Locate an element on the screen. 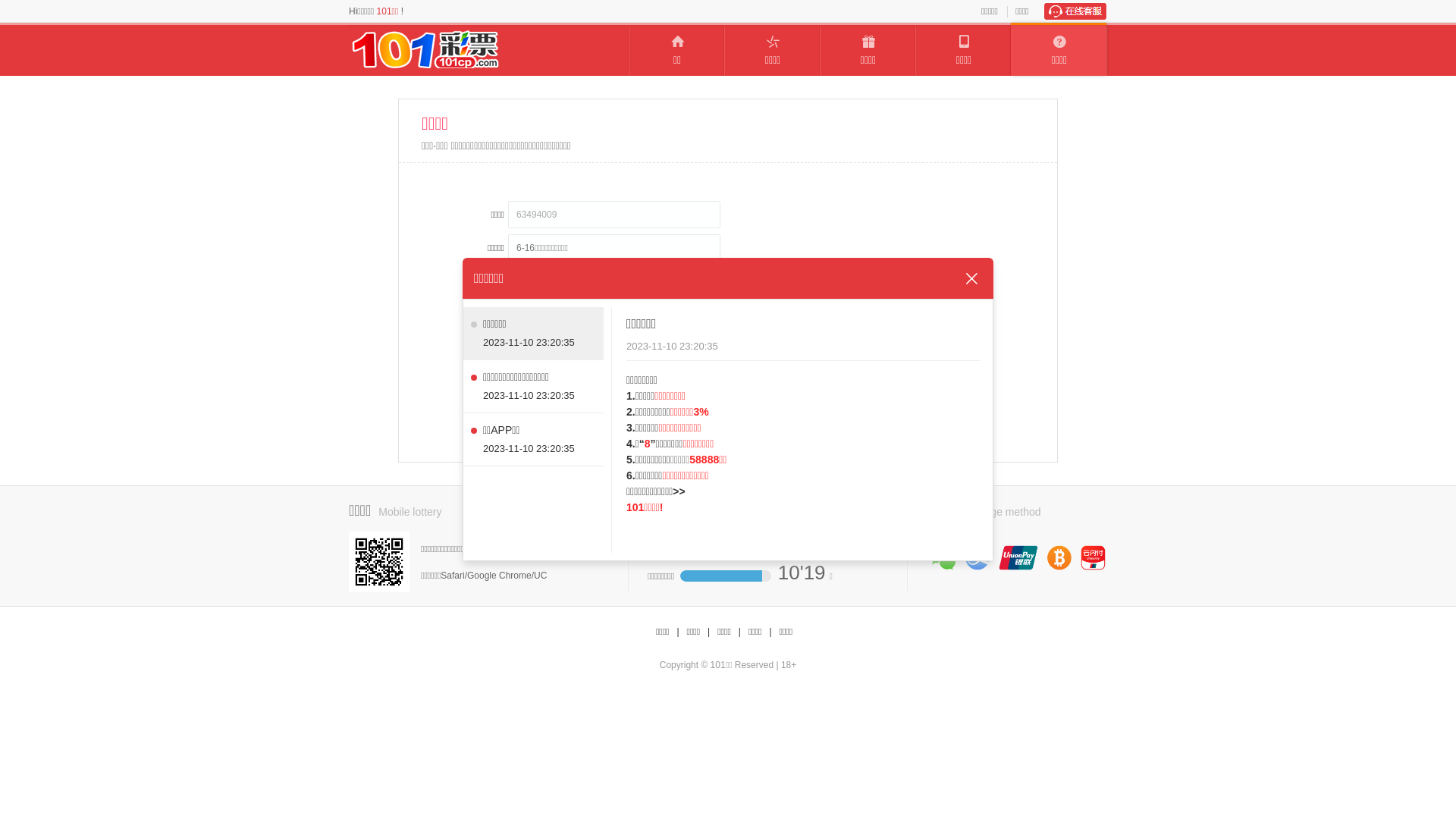  '|' is located at coordinates (739, 632).